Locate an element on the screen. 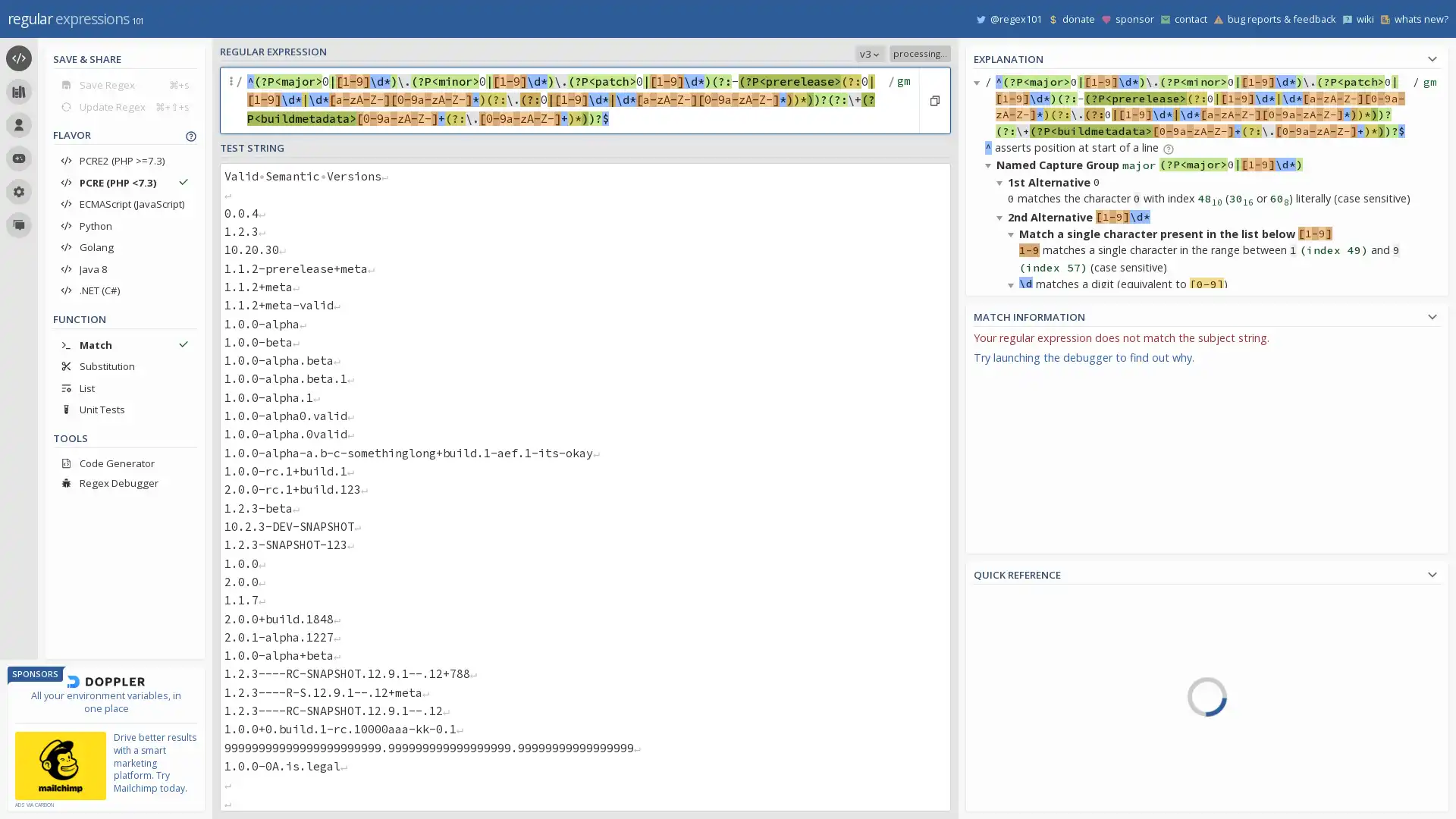  Flags/Modifiers is located at coordinates (1044, 801).